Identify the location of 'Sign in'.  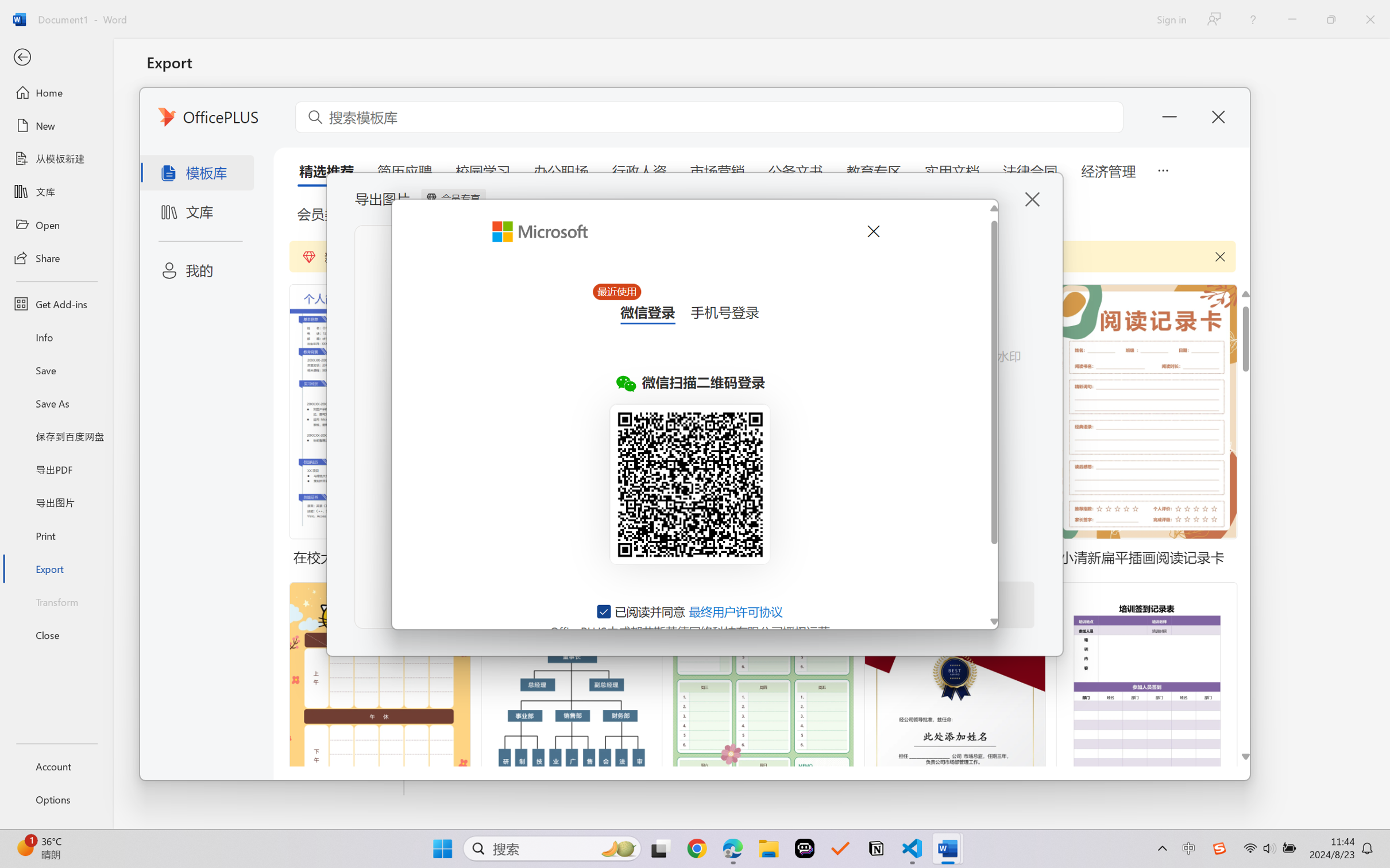
(1170, 19).